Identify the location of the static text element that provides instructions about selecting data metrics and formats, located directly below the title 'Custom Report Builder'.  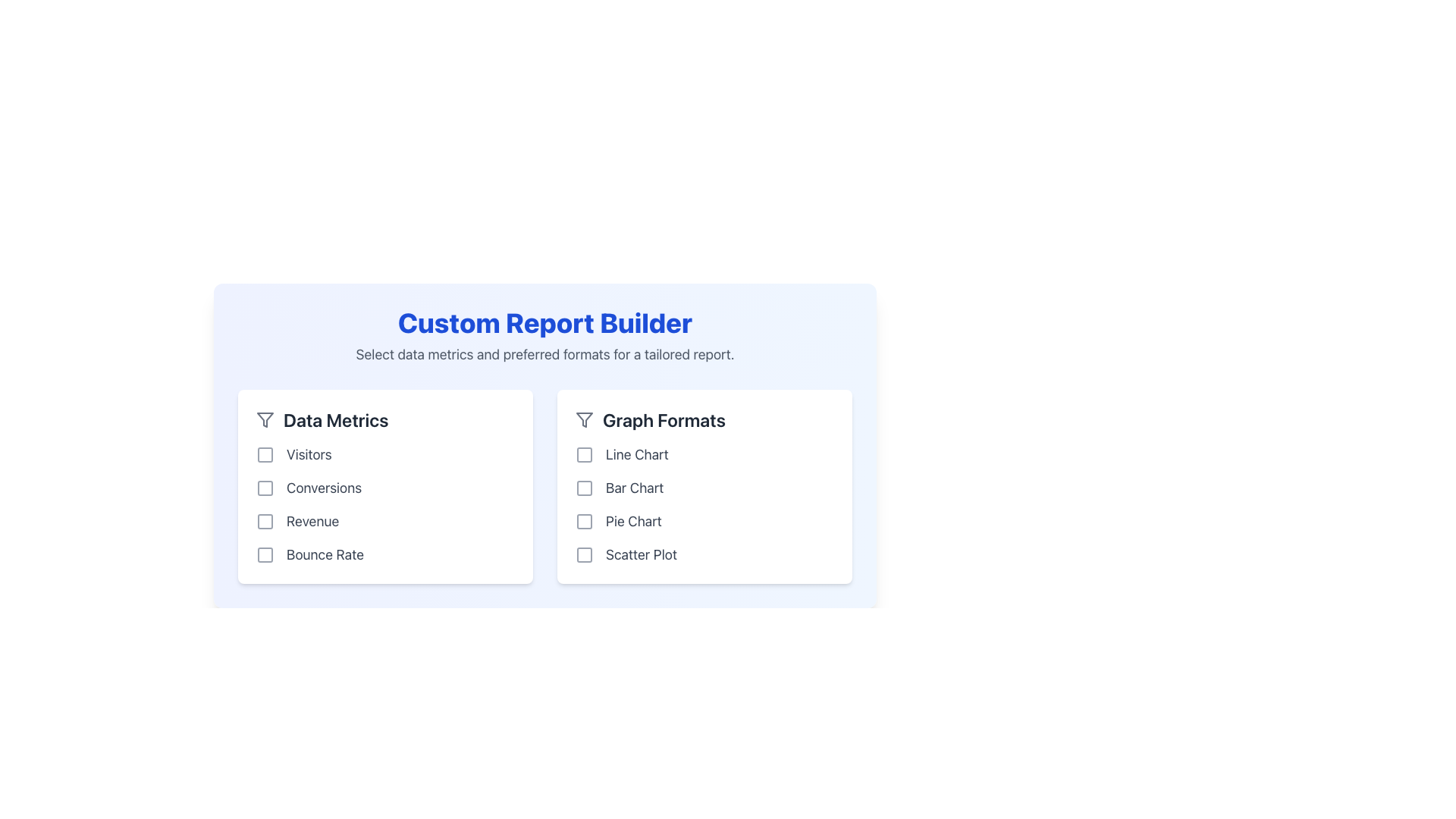
(545, 354).